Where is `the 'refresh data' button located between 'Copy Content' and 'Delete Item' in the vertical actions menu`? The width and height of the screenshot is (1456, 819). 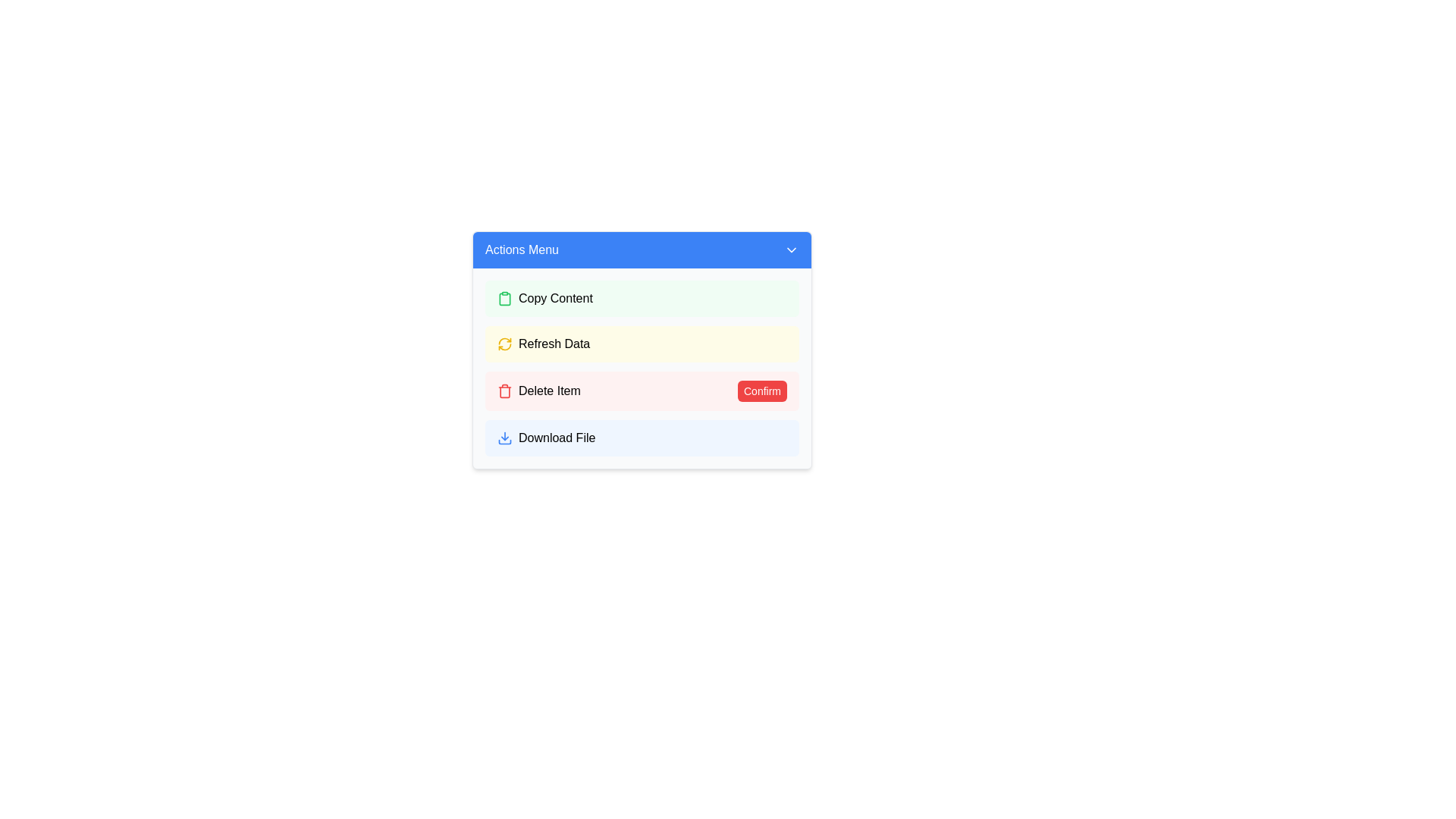
the 'refresh data' button located between 'Copy Content' and 'Delete Item' in the vertical actions menu is located at coordinates (554, 344).